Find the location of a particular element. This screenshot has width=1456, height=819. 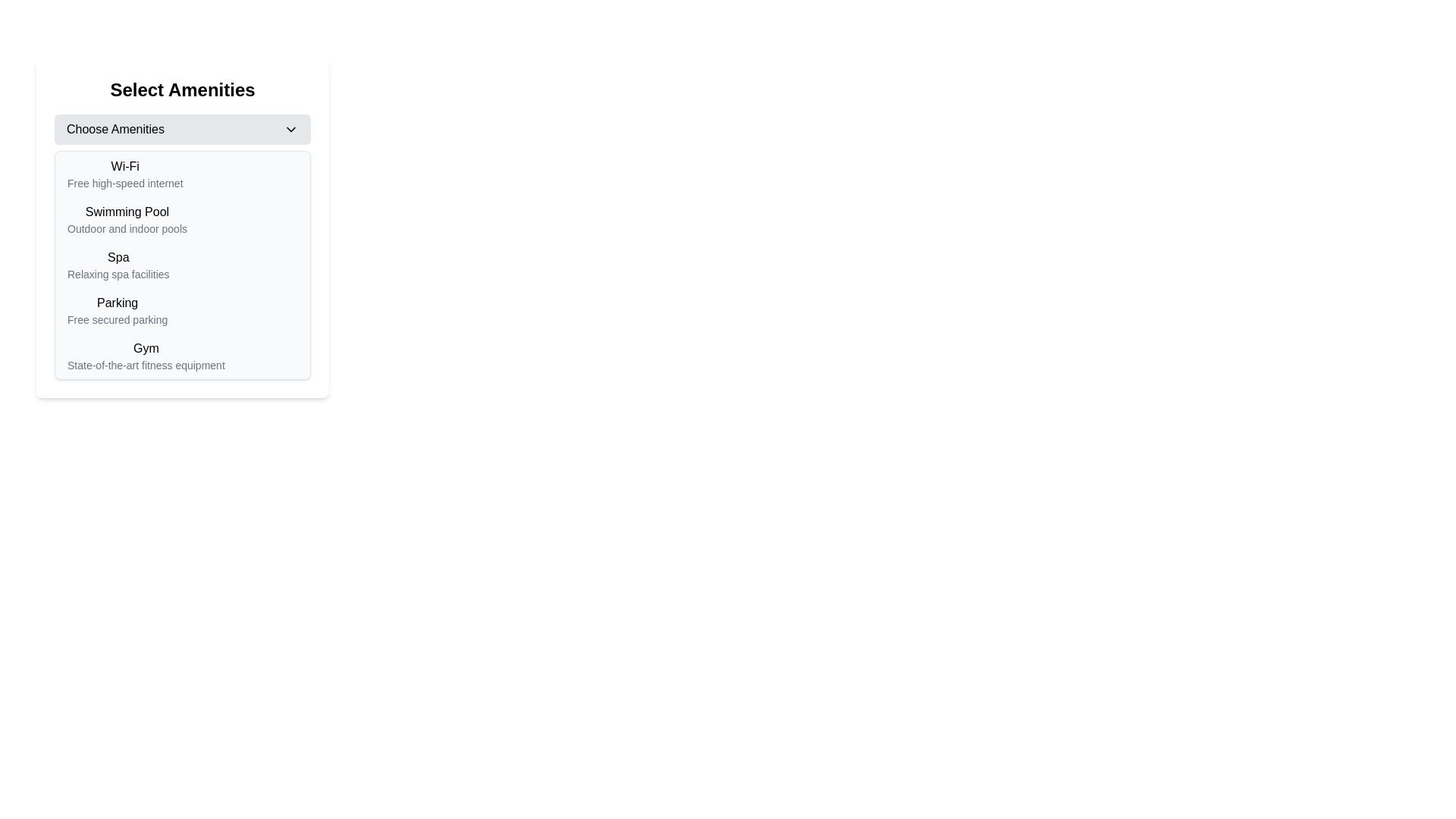

the text label reading 'Spa', which is the first element in the vertical list of amenities, styled with a medium-weight font is located at coordinates (118, 256).